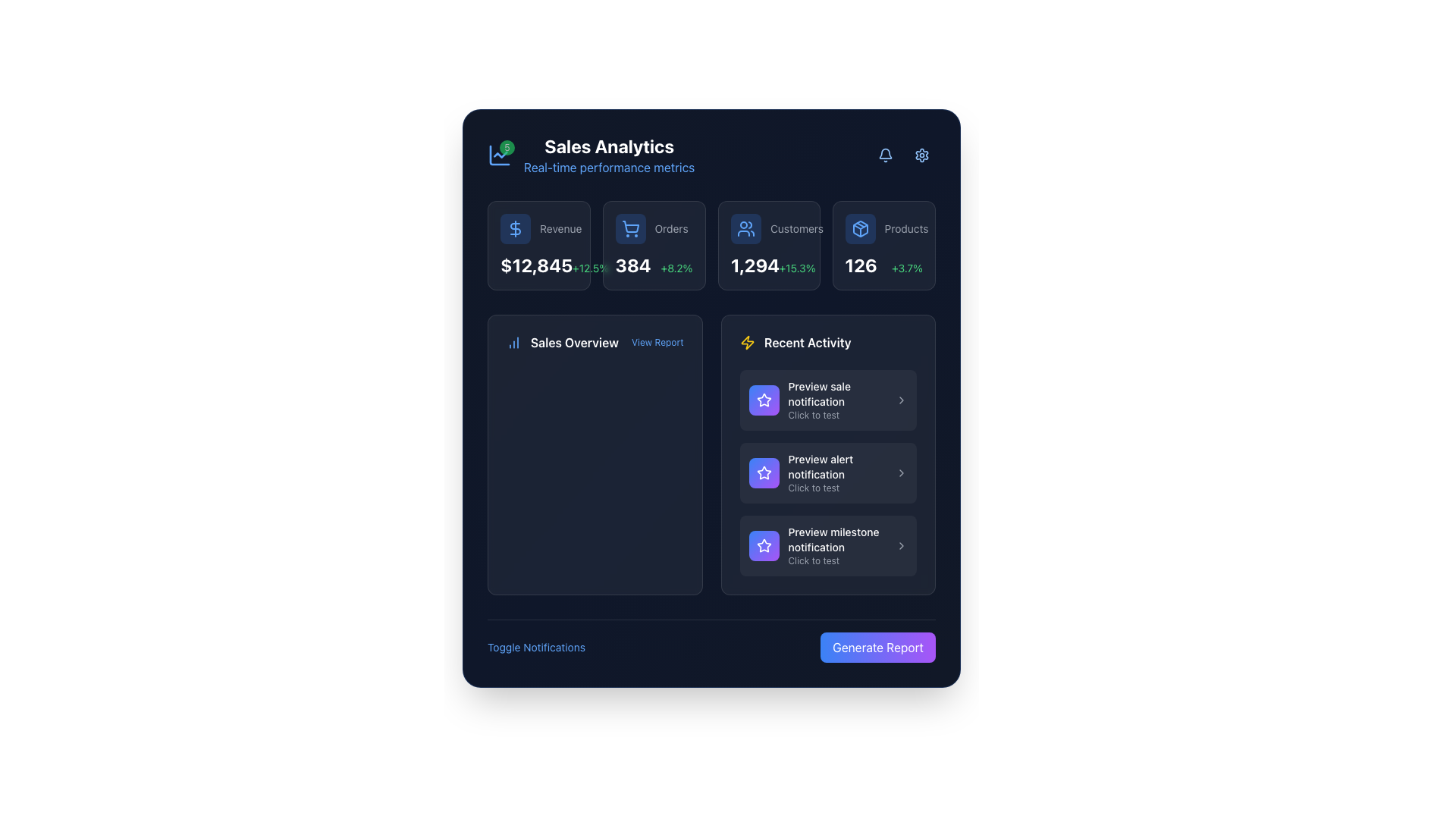 Image resolution: width=1456 pixels, height=819 pixels. Describe the element at coordinates (836, 400) in the screenshot. I see `the text display that describes a preview-related function in the 'Recent Activity' section, which is the first item in the list` at that location.